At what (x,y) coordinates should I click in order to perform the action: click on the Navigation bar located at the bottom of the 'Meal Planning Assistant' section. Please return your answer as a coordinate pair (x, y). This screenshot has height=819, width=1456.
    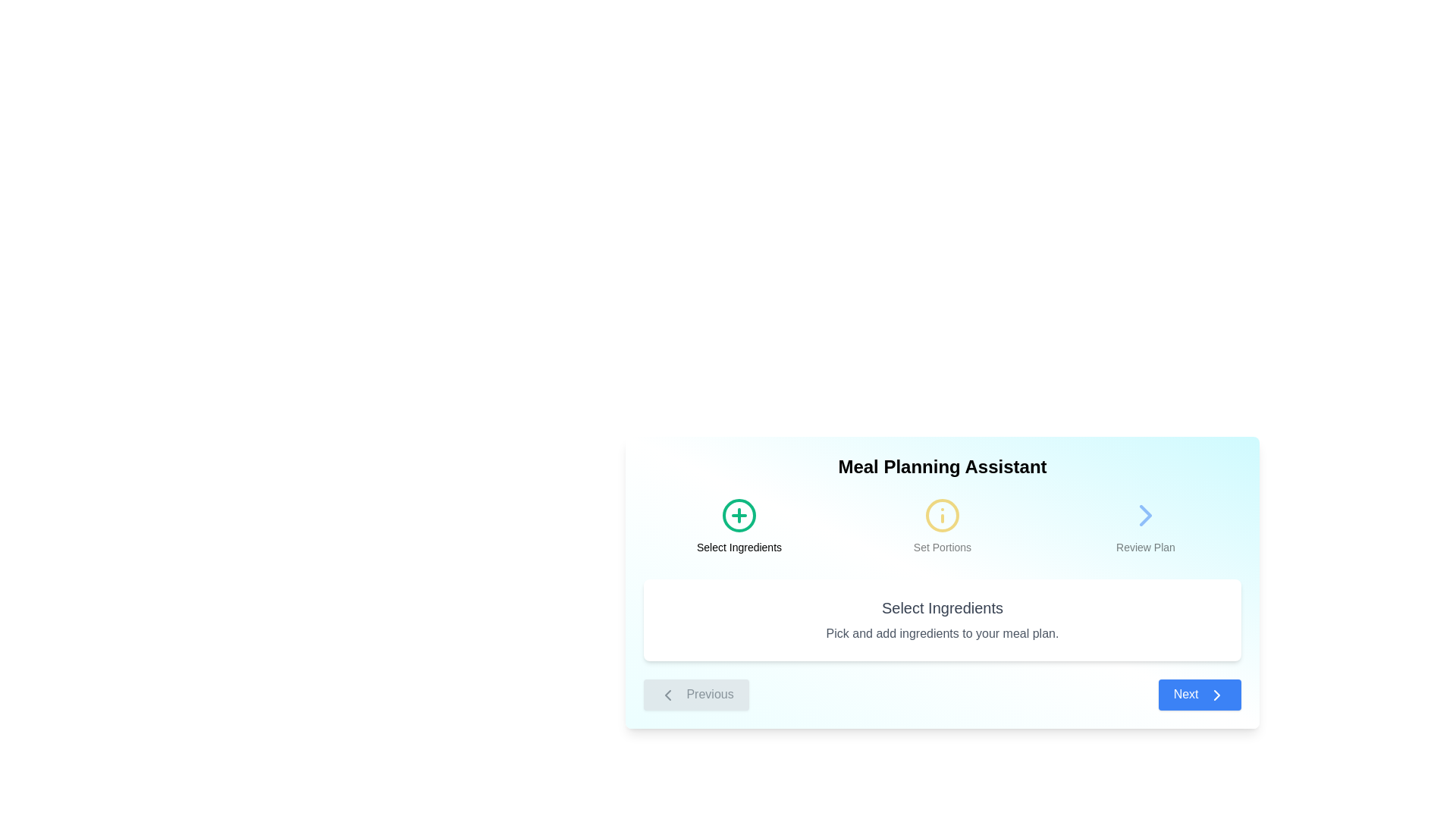
    Looking at the image, I should click on (942, 694).